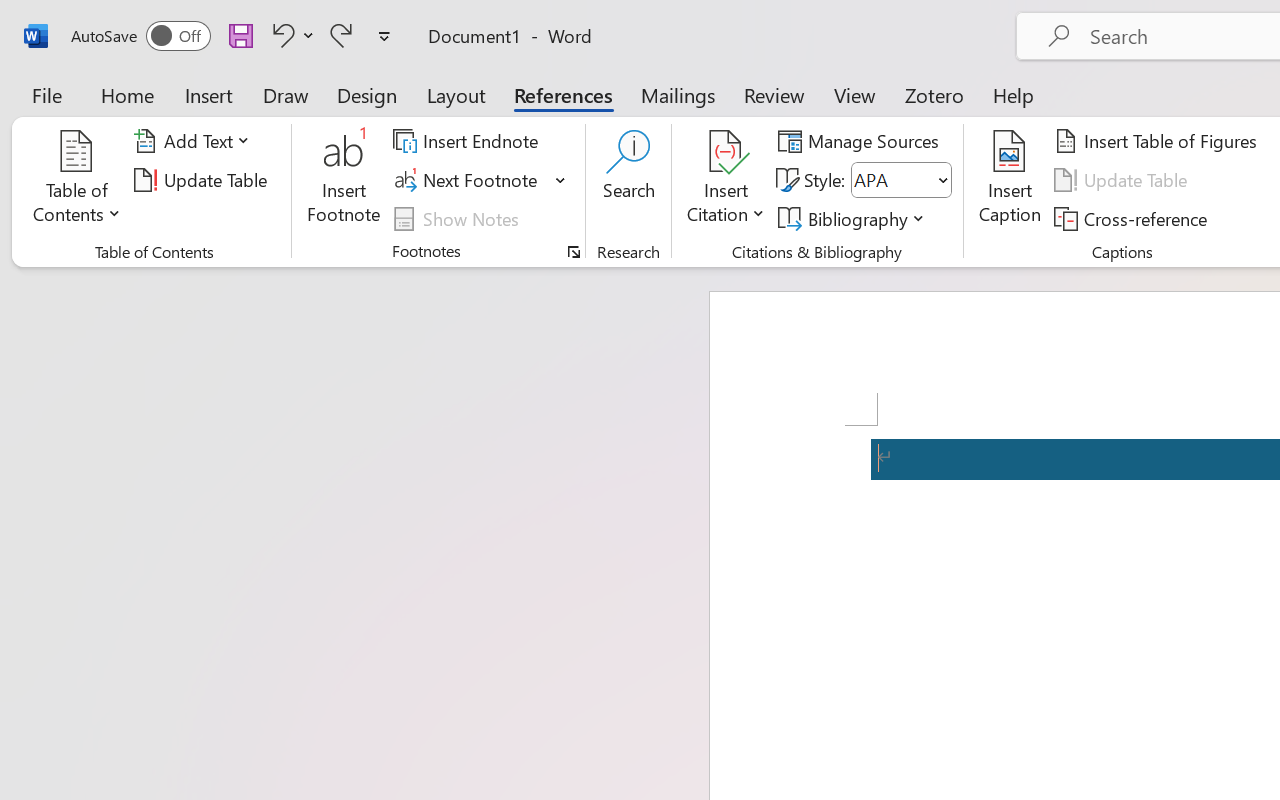  I want to click on 'Undo Apply Quick Style Set', so click(279, 34).